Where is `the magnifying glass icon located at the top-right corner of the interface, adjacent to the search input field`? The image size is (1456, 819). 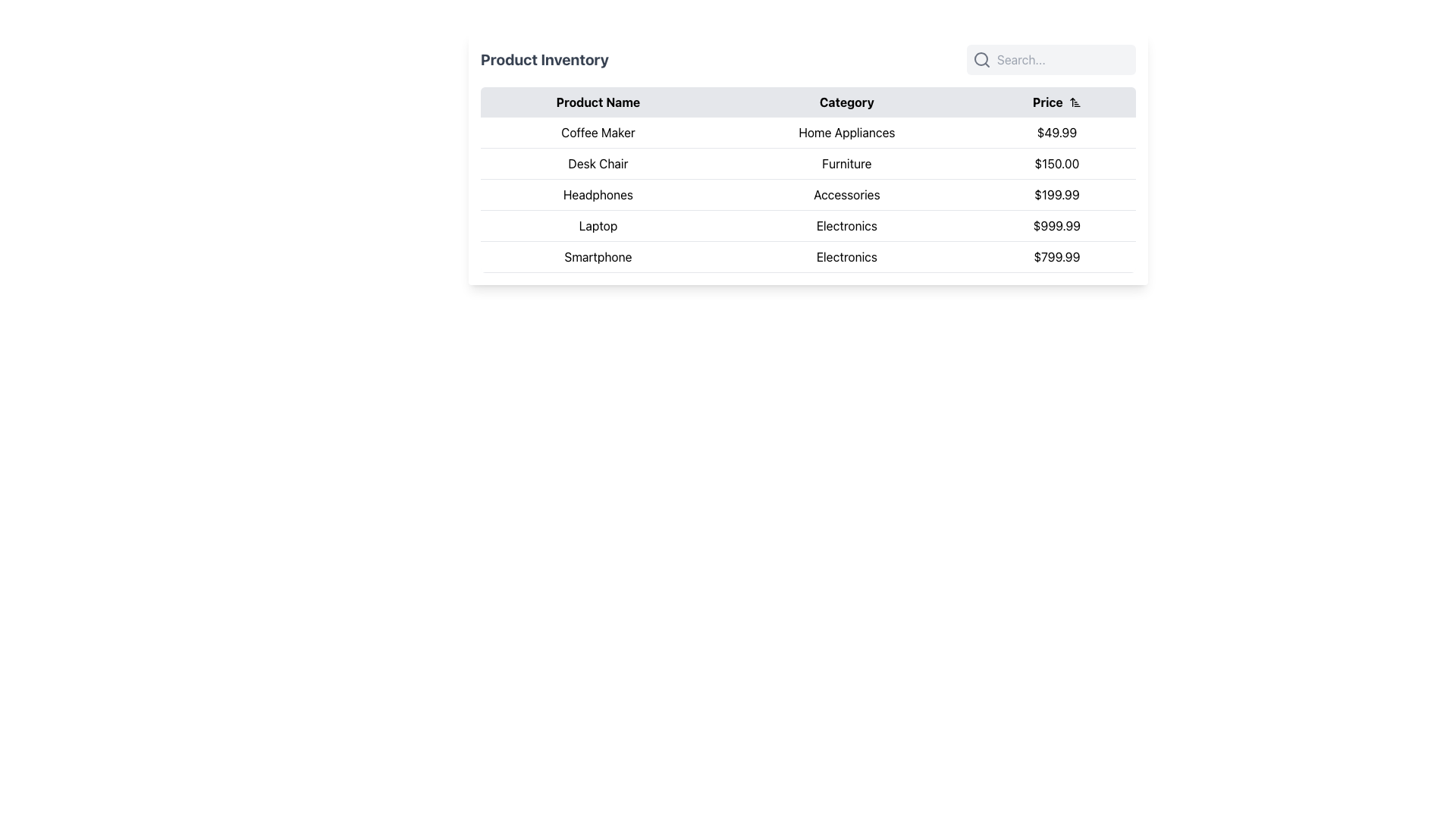 the magnifying glass icon located at the top-right corner of the interface, adjacent to the search input field is located at coordinates (982, 58).